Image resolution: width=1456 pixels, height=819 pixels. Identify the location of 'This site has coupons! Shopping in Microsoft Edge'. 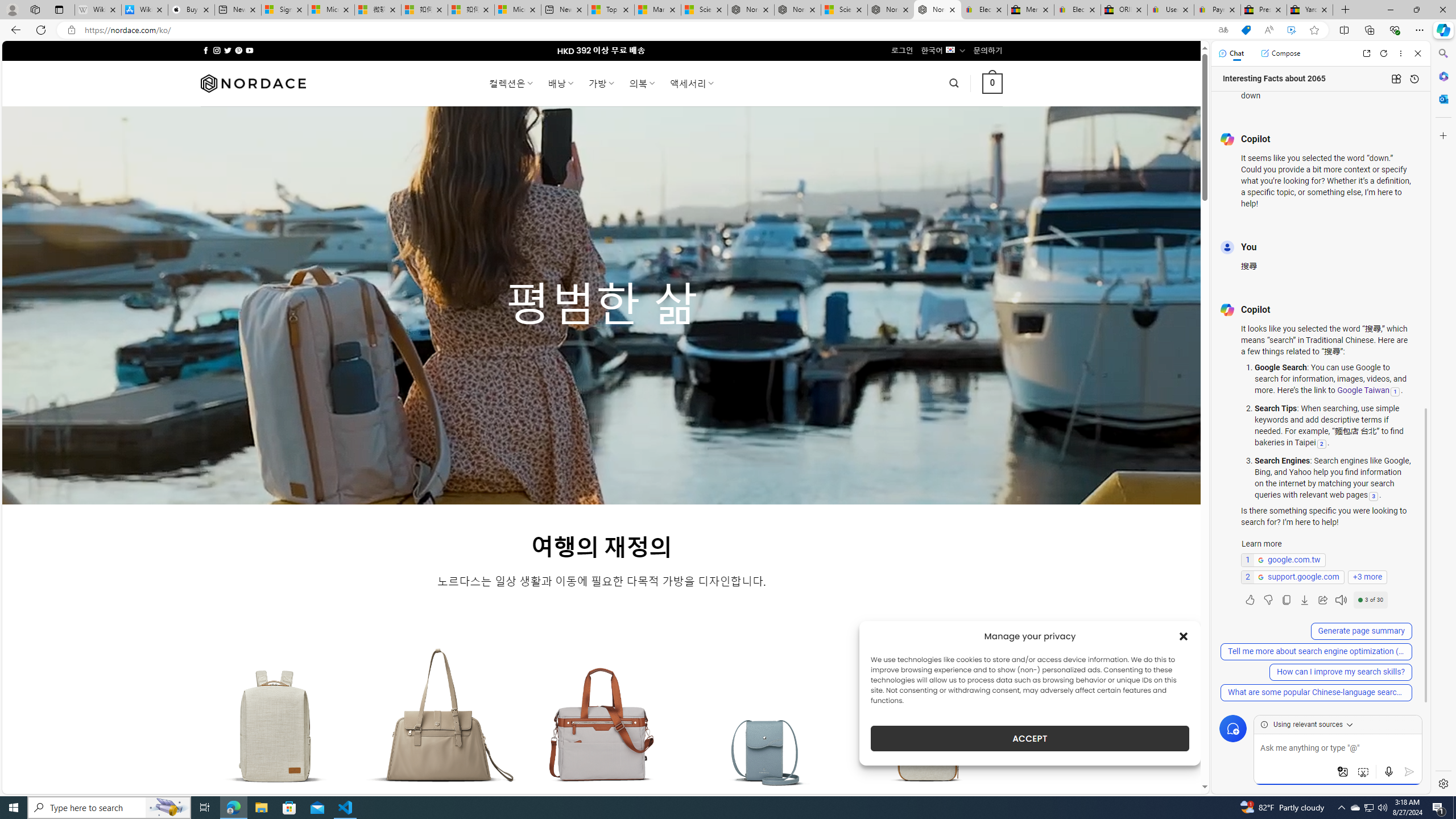
(1246, 30).